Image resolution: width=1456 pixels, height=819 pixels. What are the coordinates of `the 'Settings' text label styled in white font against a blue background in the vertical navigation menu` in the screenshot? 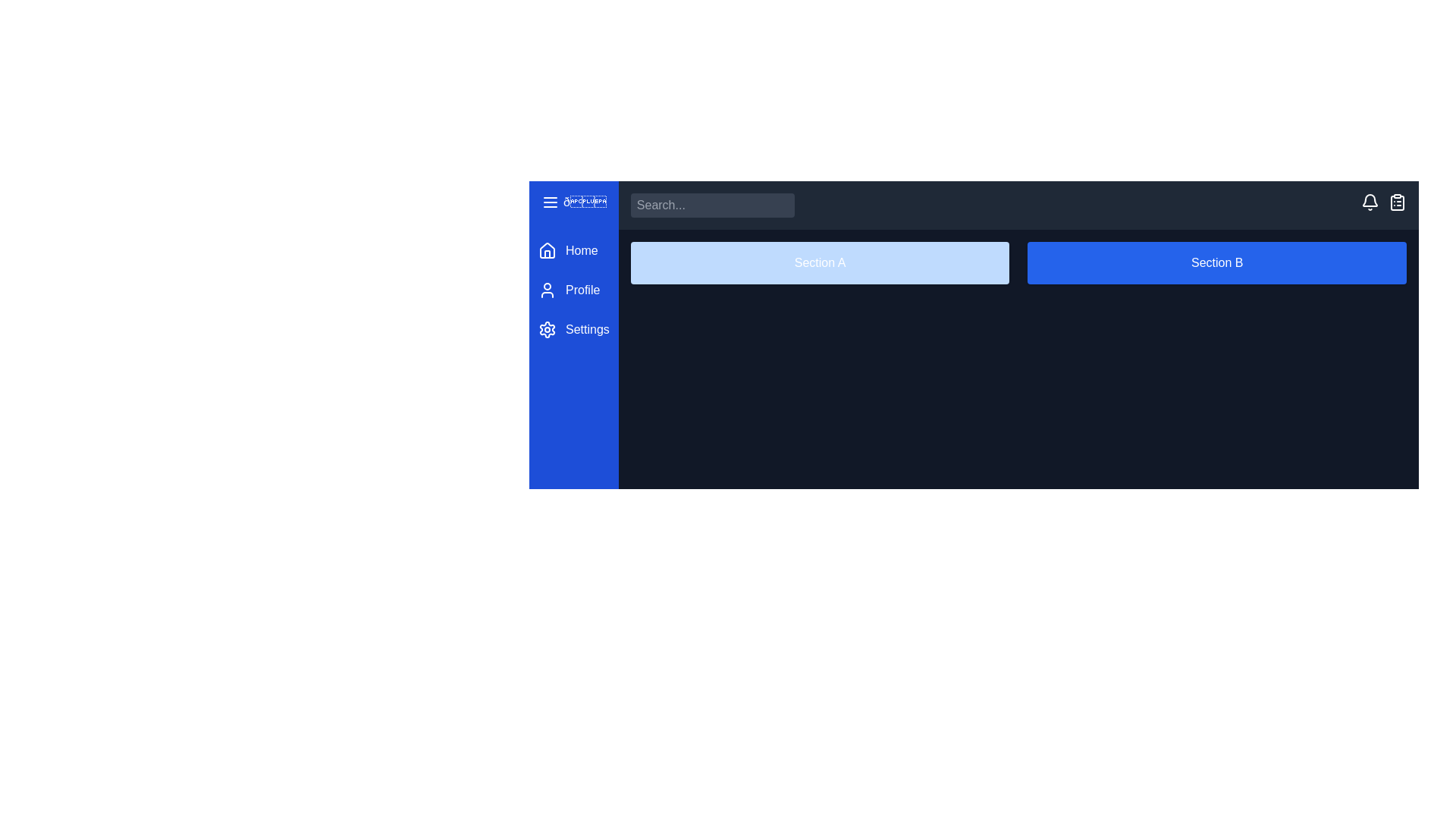 It's located at (586, 329).